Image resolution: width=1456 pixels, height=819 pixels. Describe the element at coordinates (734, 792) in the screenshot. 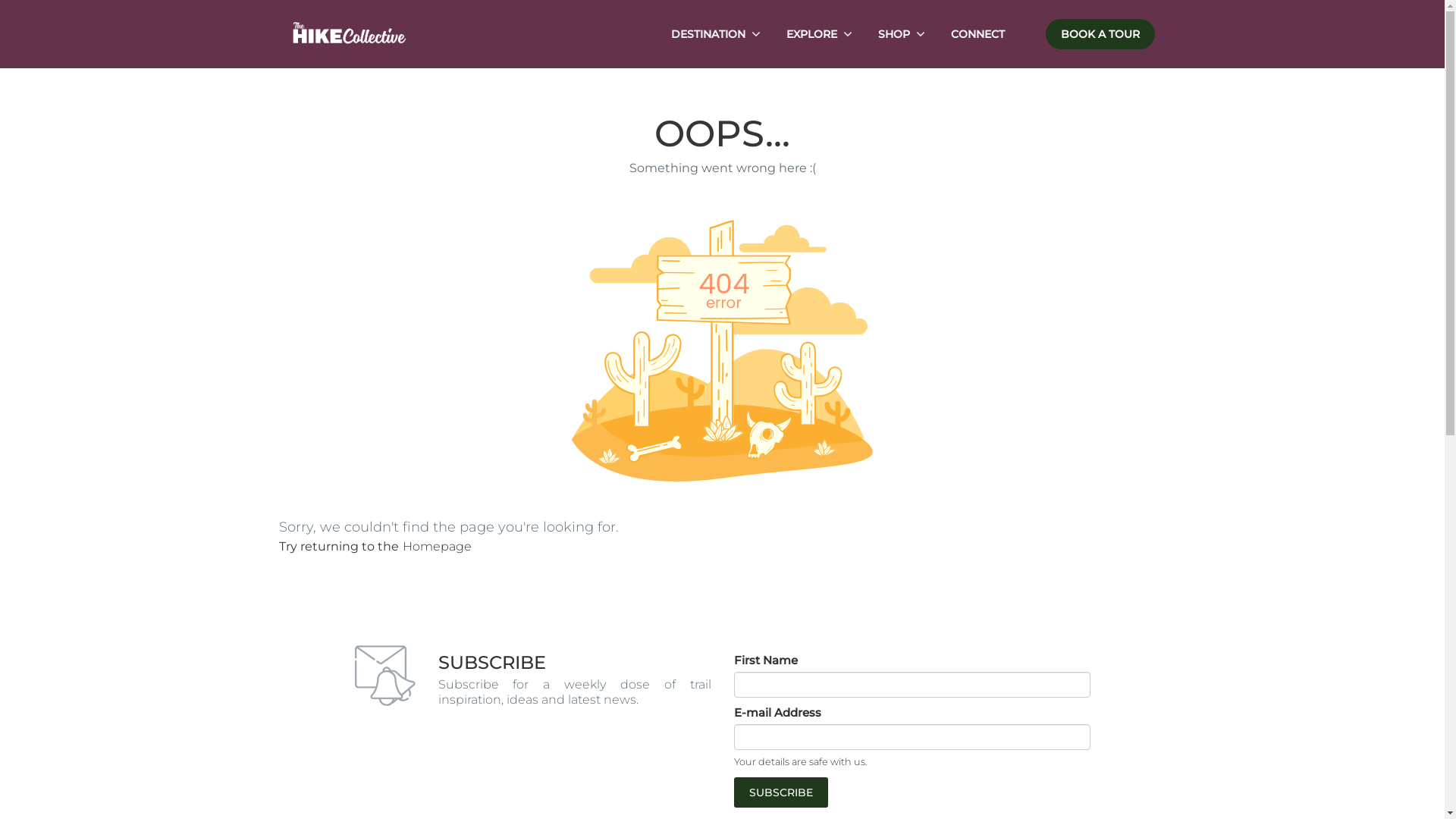

I see `'SUBSCRIBE'` at that location.